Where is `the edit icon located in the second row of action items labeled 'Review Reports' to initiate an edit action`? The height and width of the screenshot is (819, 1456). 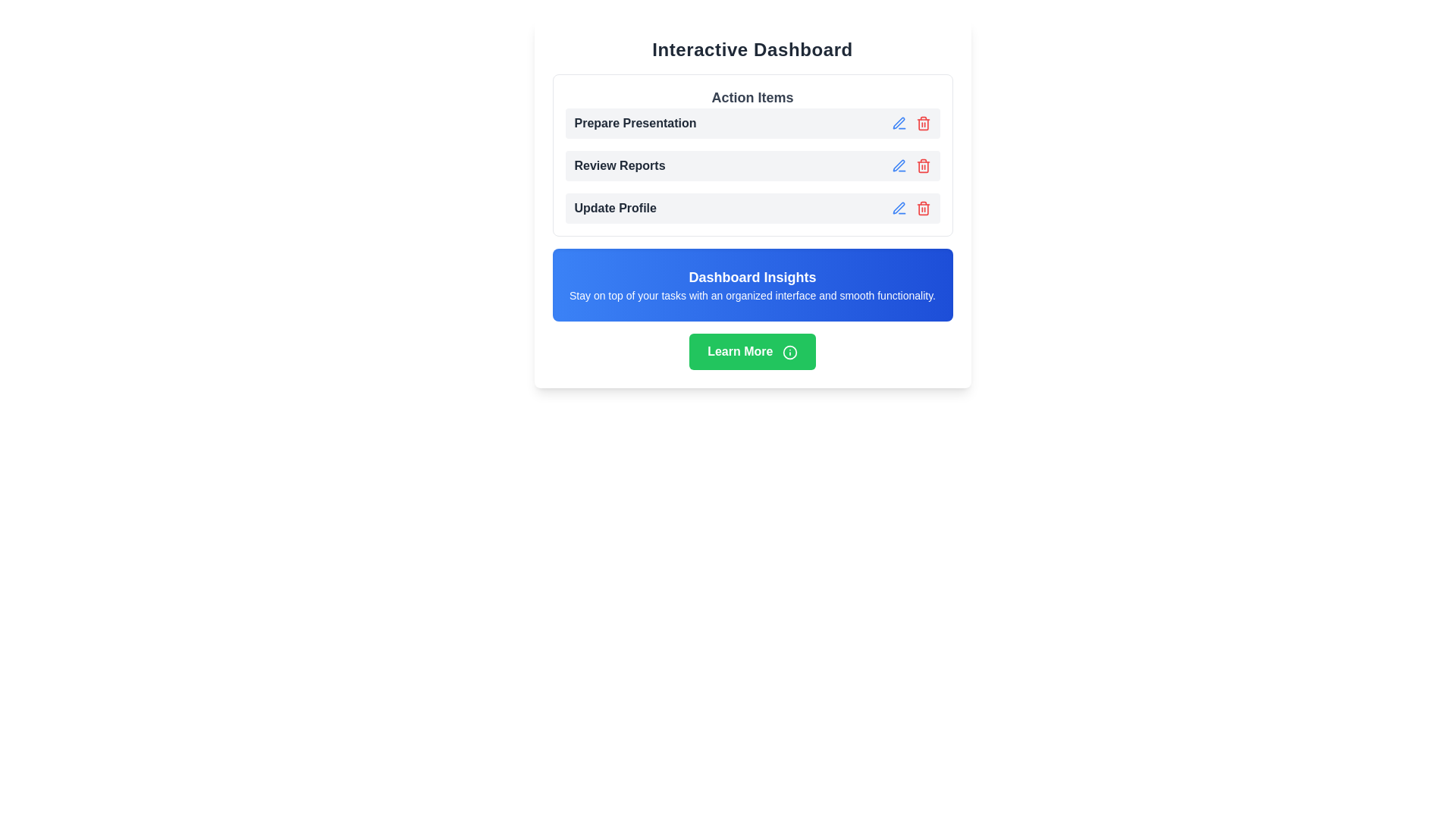
the edit icon located in the second row of action items labeled 'Review Reports' to initiate an edit action is located at coordinates (899, 165).